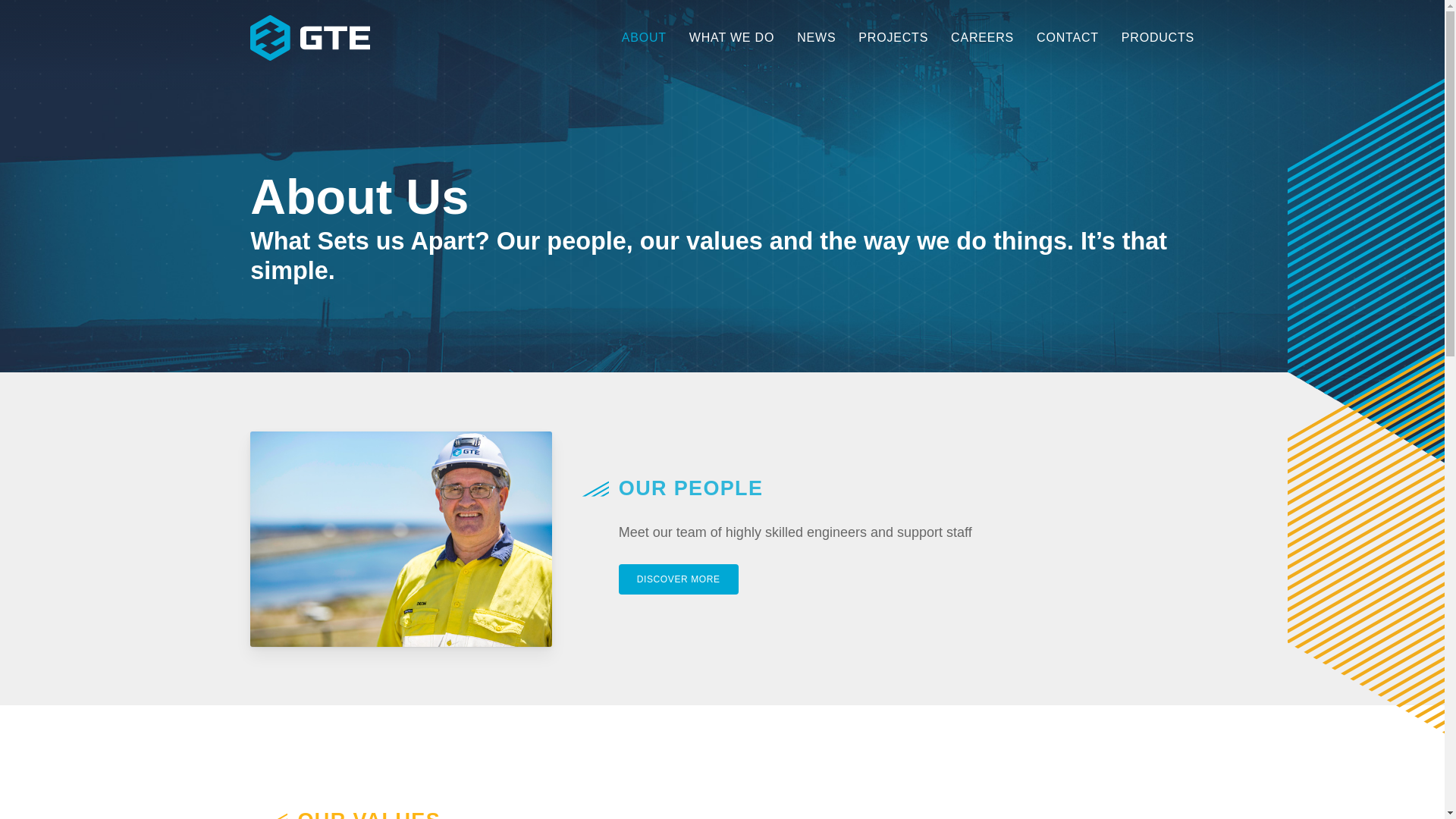 This screenshot has height=819, width=1456. Describe the element at coordinates (690, 488) in the screenshot. I see `'OUR PEOPLE'` at that location.